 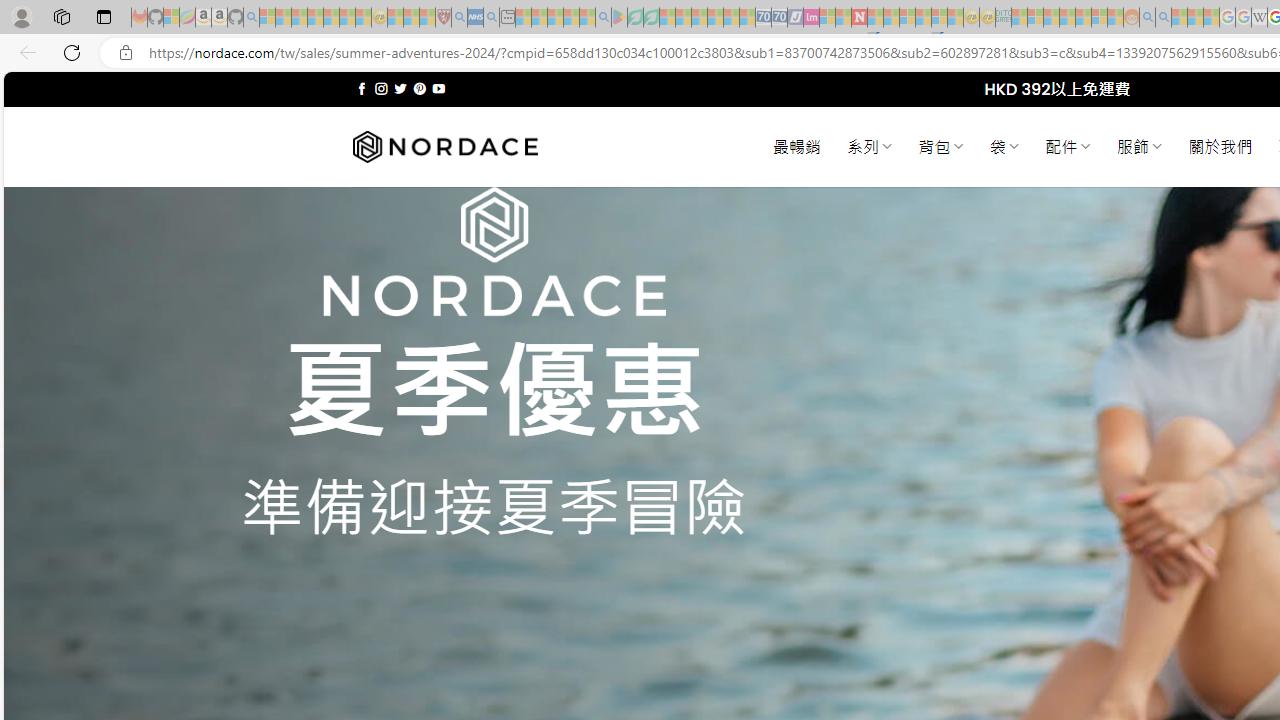 What do you see at coordinates (1066, 17) in the screenshot?
I see `'Expert Portfolios - Sleeping'` at bounding box center [1066, 17].